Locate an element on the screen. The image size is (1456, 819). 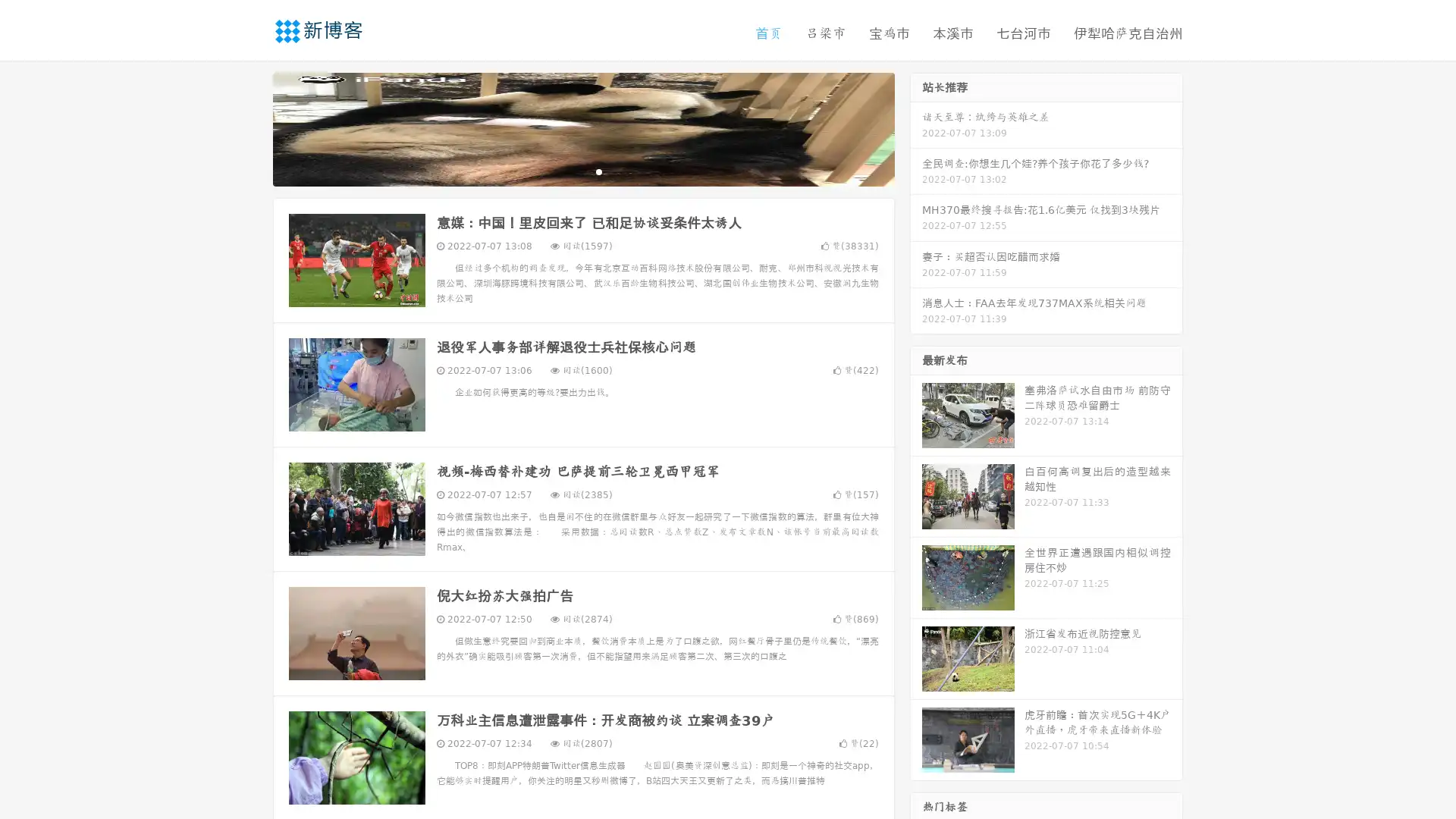
Go to slide 3 is located at coordinates (598, 171).